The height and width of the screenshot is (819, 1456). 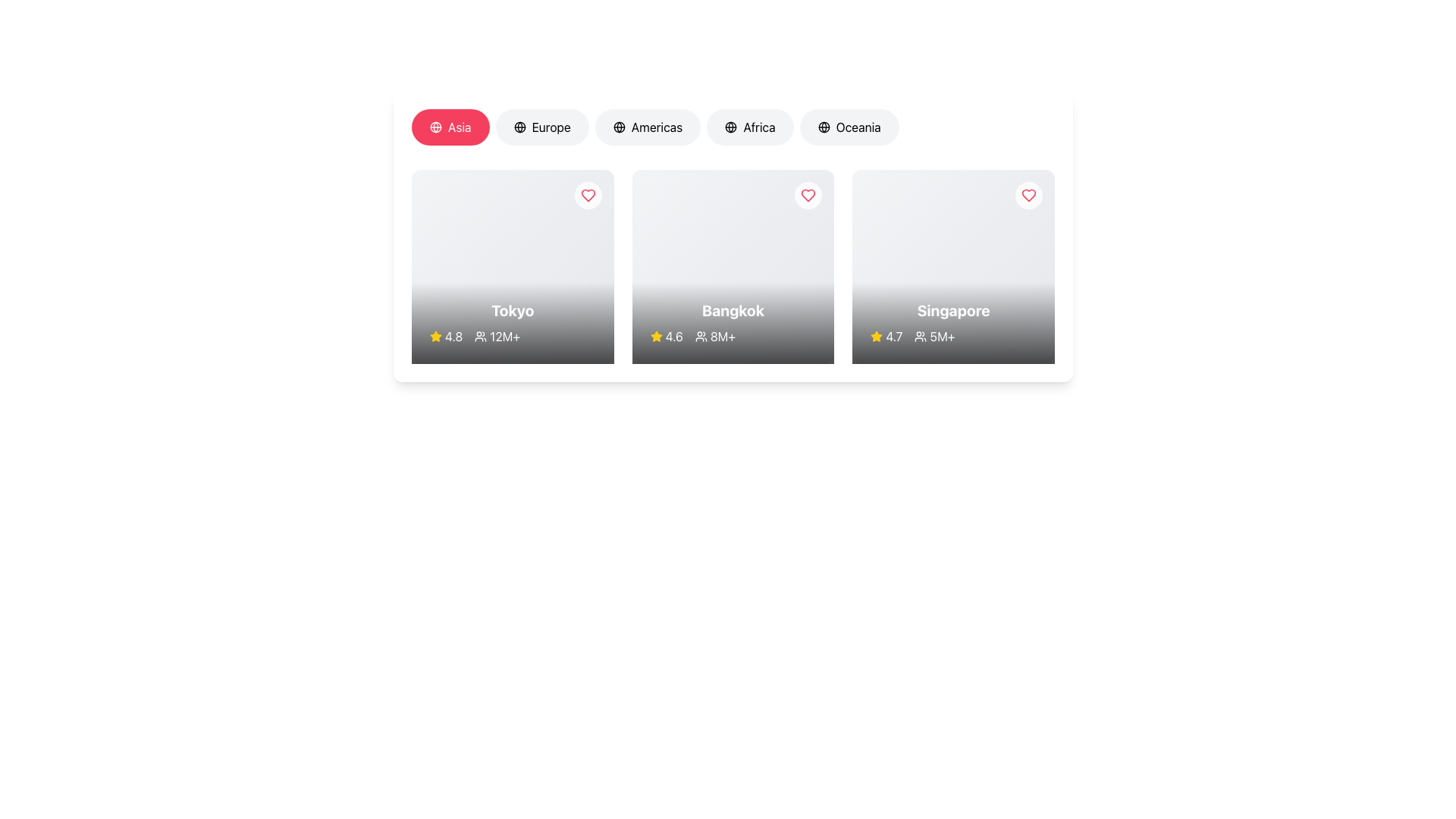 I want to click on the text label displaying the estimated number of users or population associated with 'Tokyo', which is located to the right of the user icon within the bottom-left part of the Tokyo card, so click(x=513, y=335).